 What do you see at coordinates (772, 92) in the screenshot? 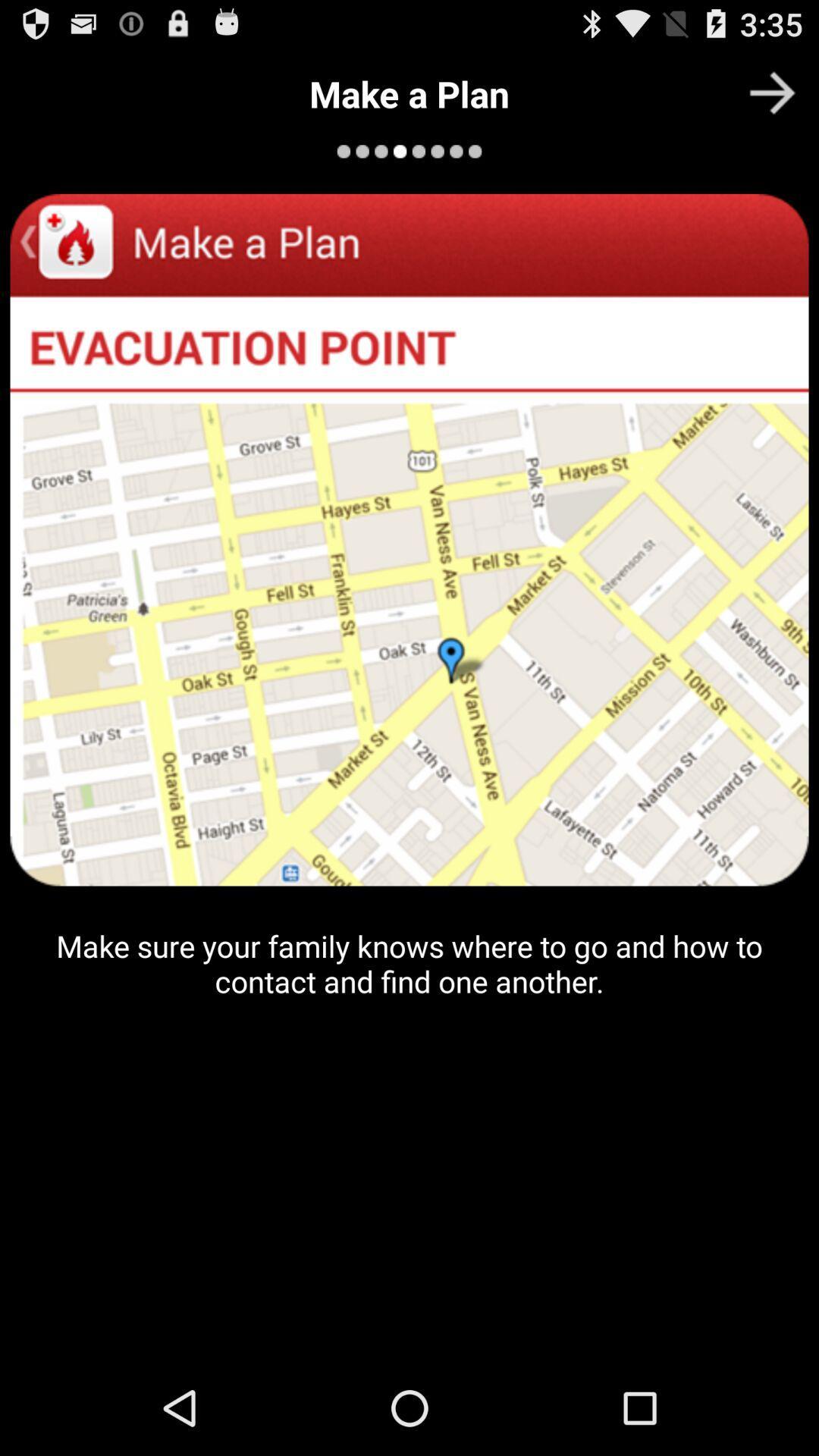
I see `next button` at bounding box center [772, 92].